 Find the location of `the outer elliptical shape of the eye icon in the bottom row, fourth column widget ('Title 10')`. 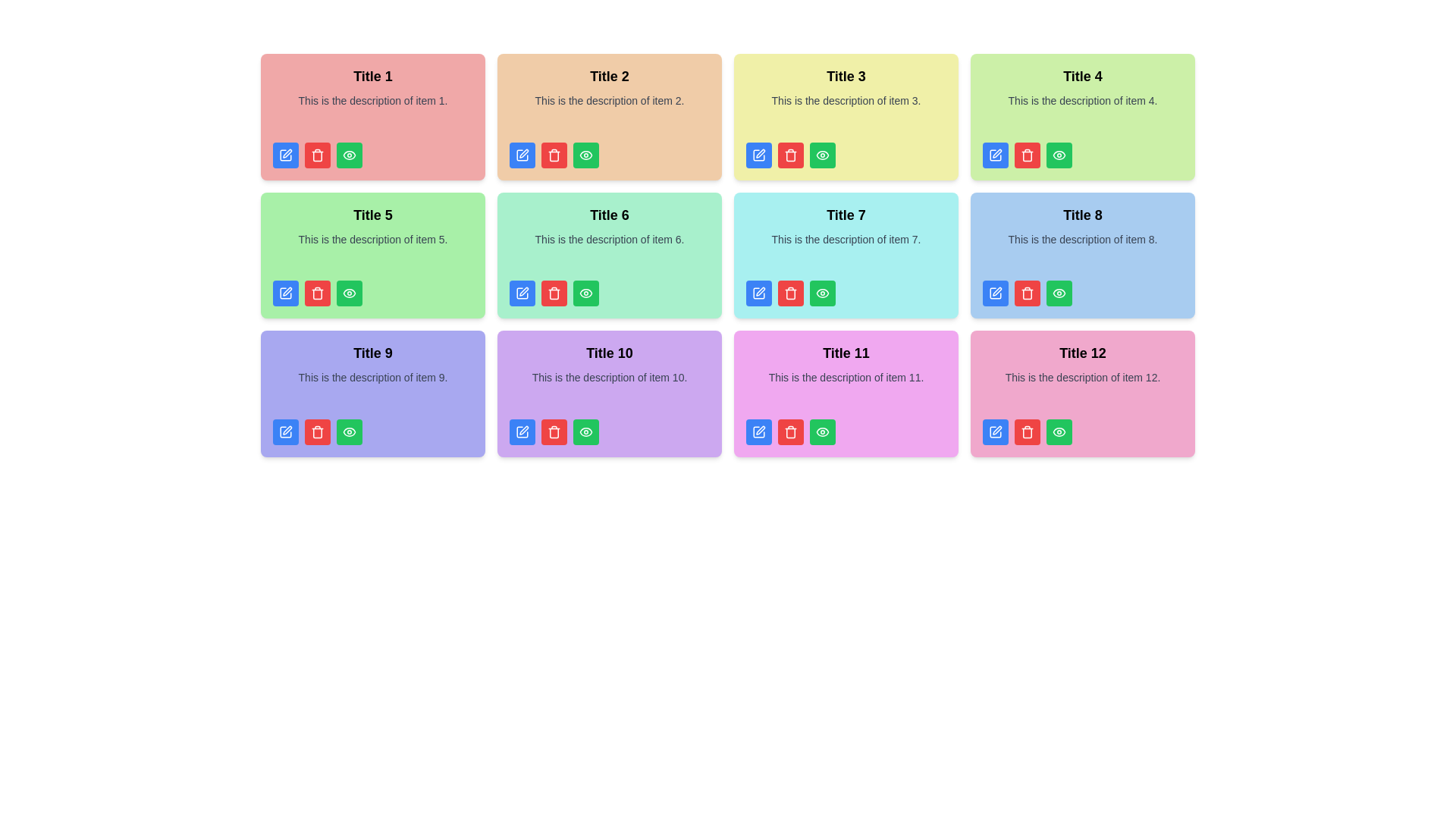

the outer elliptical shape of the eye icon in the bottom row, fourth column widget ('Title 10') is located at coordinates (585, 431).